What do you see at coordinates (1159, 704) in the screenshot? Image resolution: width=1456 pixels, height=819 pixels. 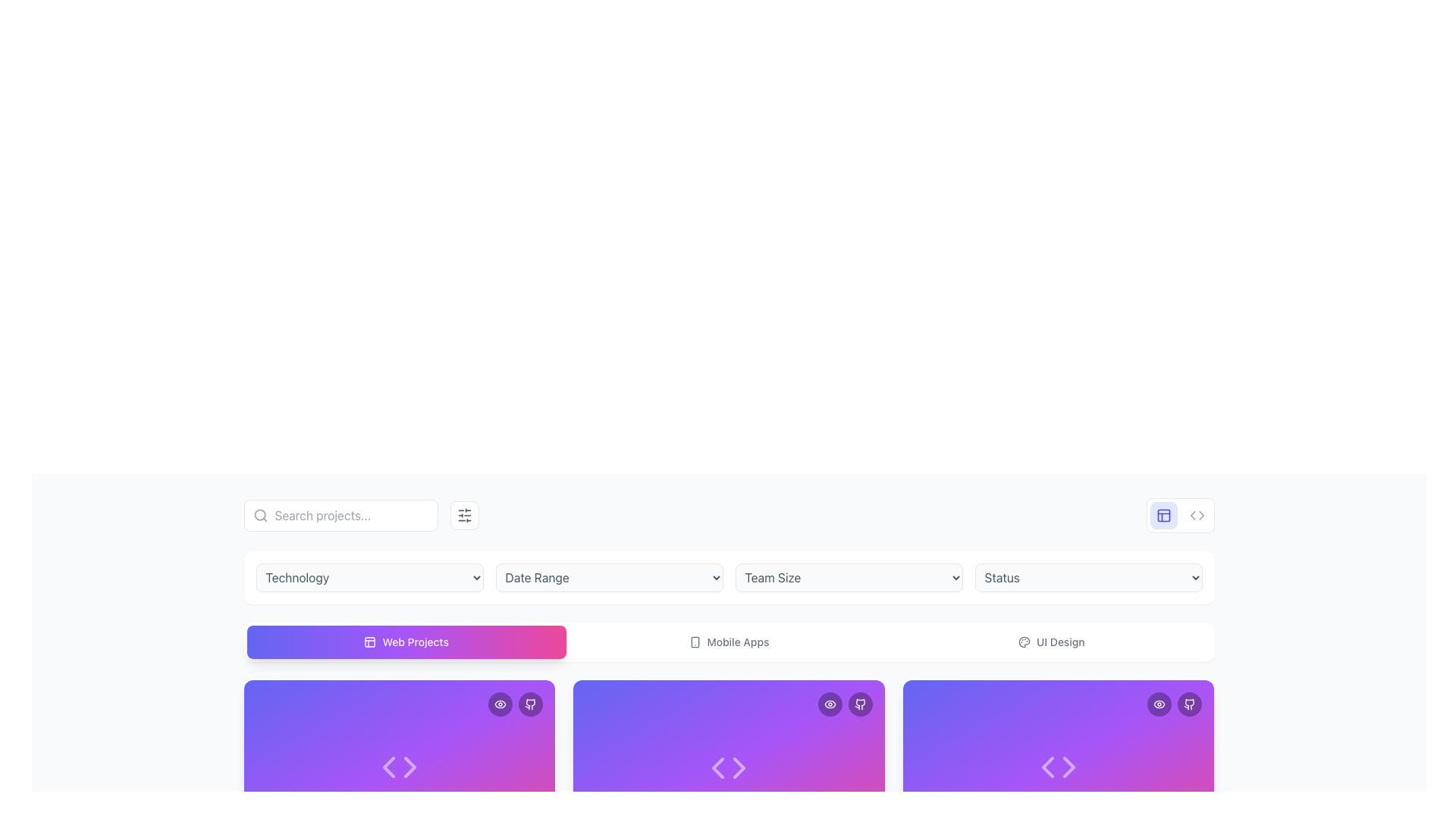 I see `the eye-shaped icon with a black outline located inside a circular button at the top-right corner of the purple-colored card` at bounding box center [1159, 704].